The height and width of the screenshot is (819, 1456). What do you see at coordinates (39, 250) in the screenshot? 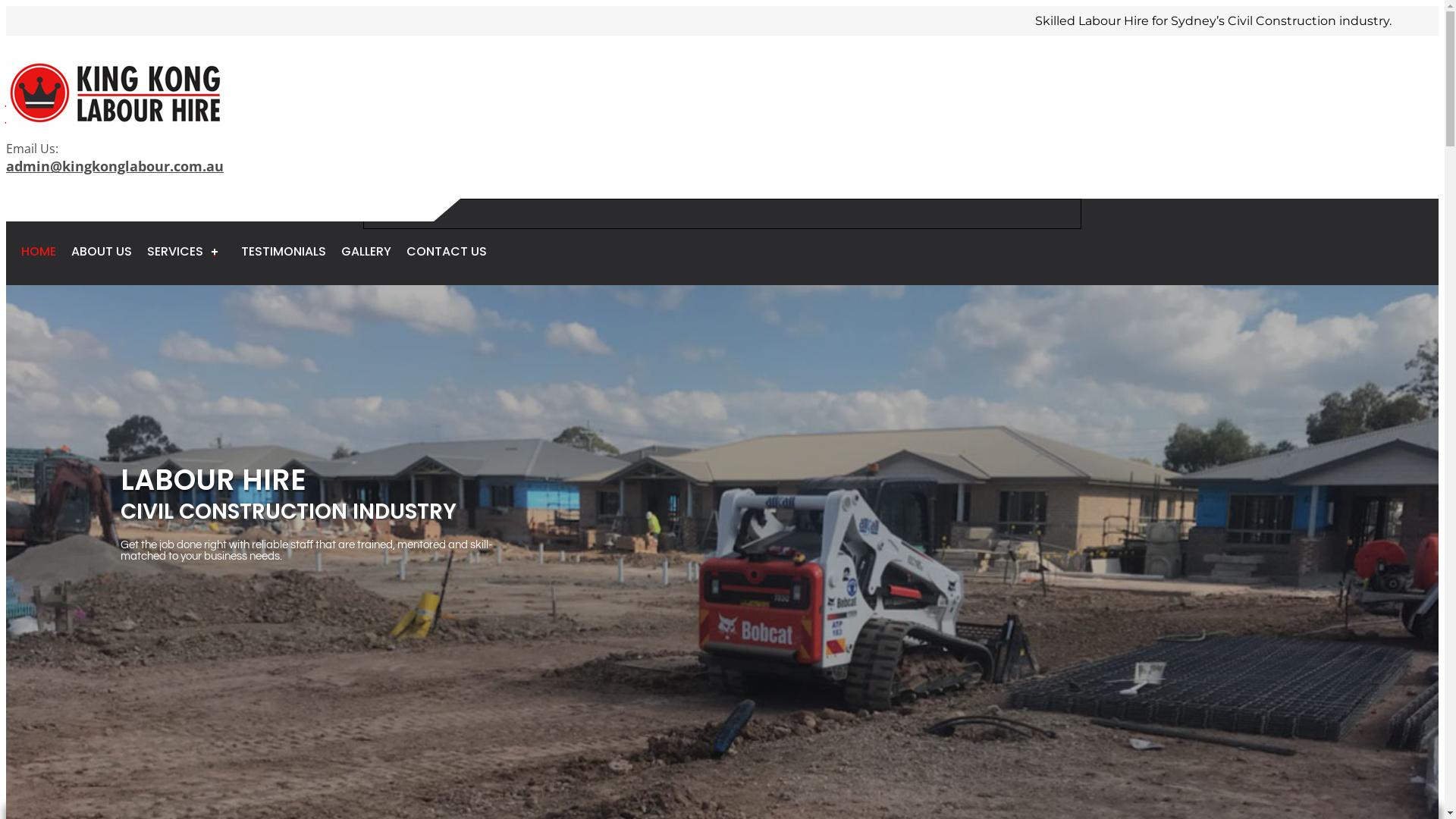
I see `'HOME'` at bounding box center [39, 250].